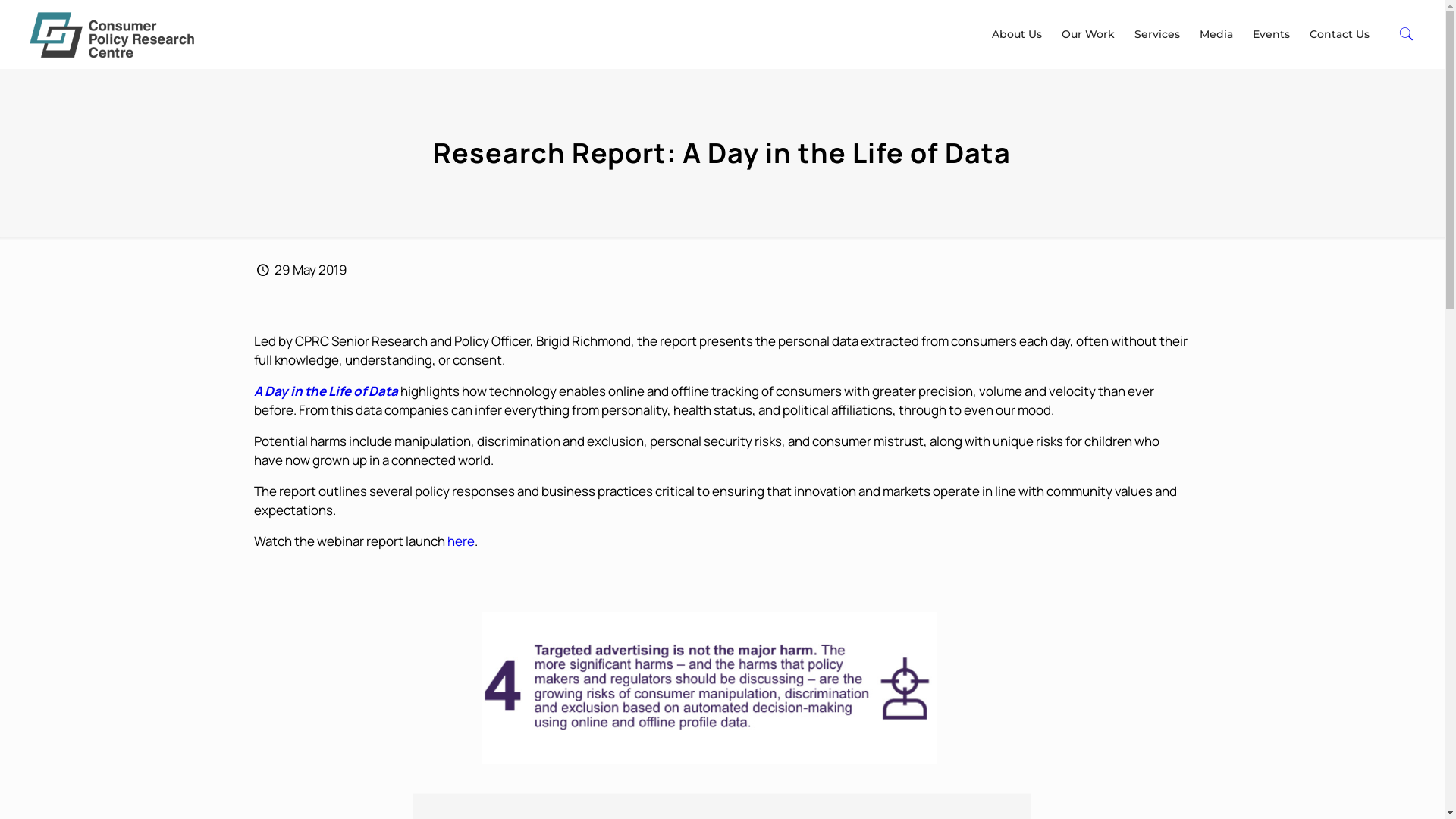 The height and width of the screenshot is (819, 1456). What do you see at coordinates (1087, 34) in the screenshot?
I see `'Our Work'` at bounding box center [1087, 34].